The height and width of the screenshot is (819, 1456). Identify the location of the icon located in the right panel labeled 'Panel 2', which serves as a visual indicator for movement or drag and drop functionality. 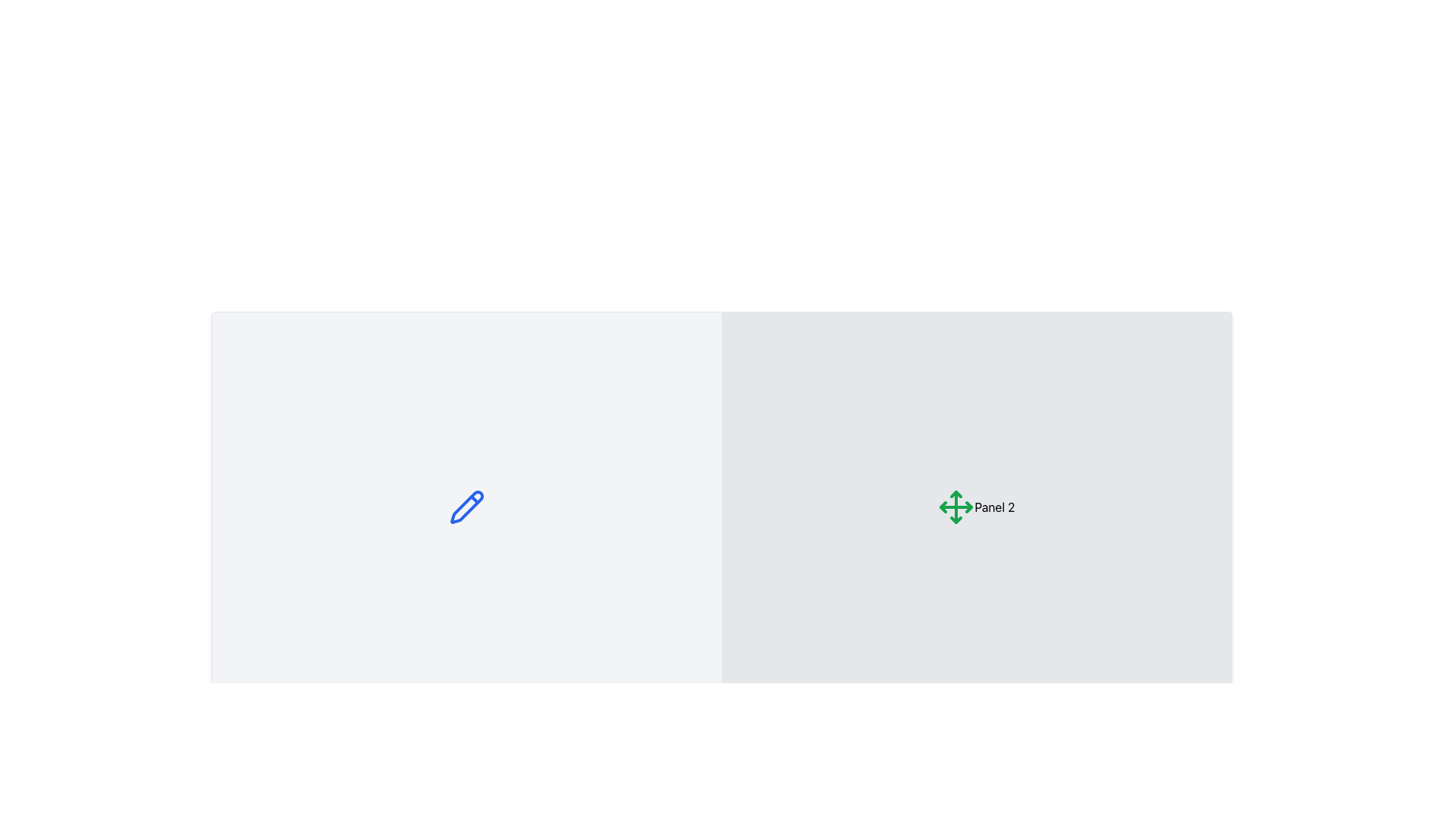
(955, 507).